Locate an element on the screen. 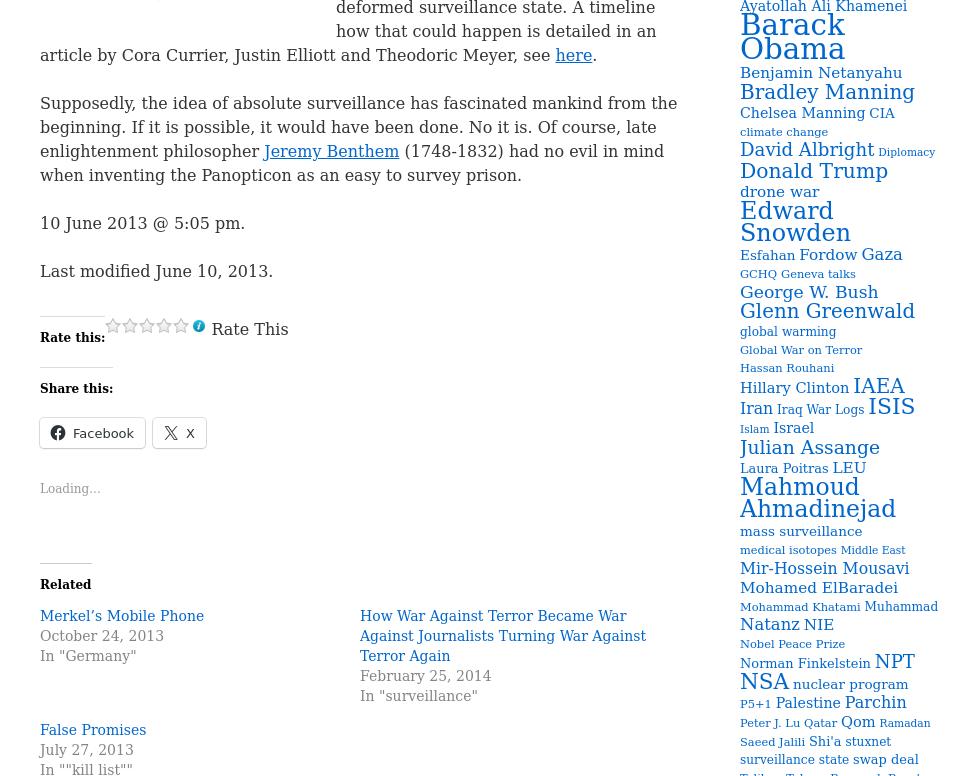 This screenshot has width=980, height=776. 'Peter J. Lu' is located at coordinates (739, 722).